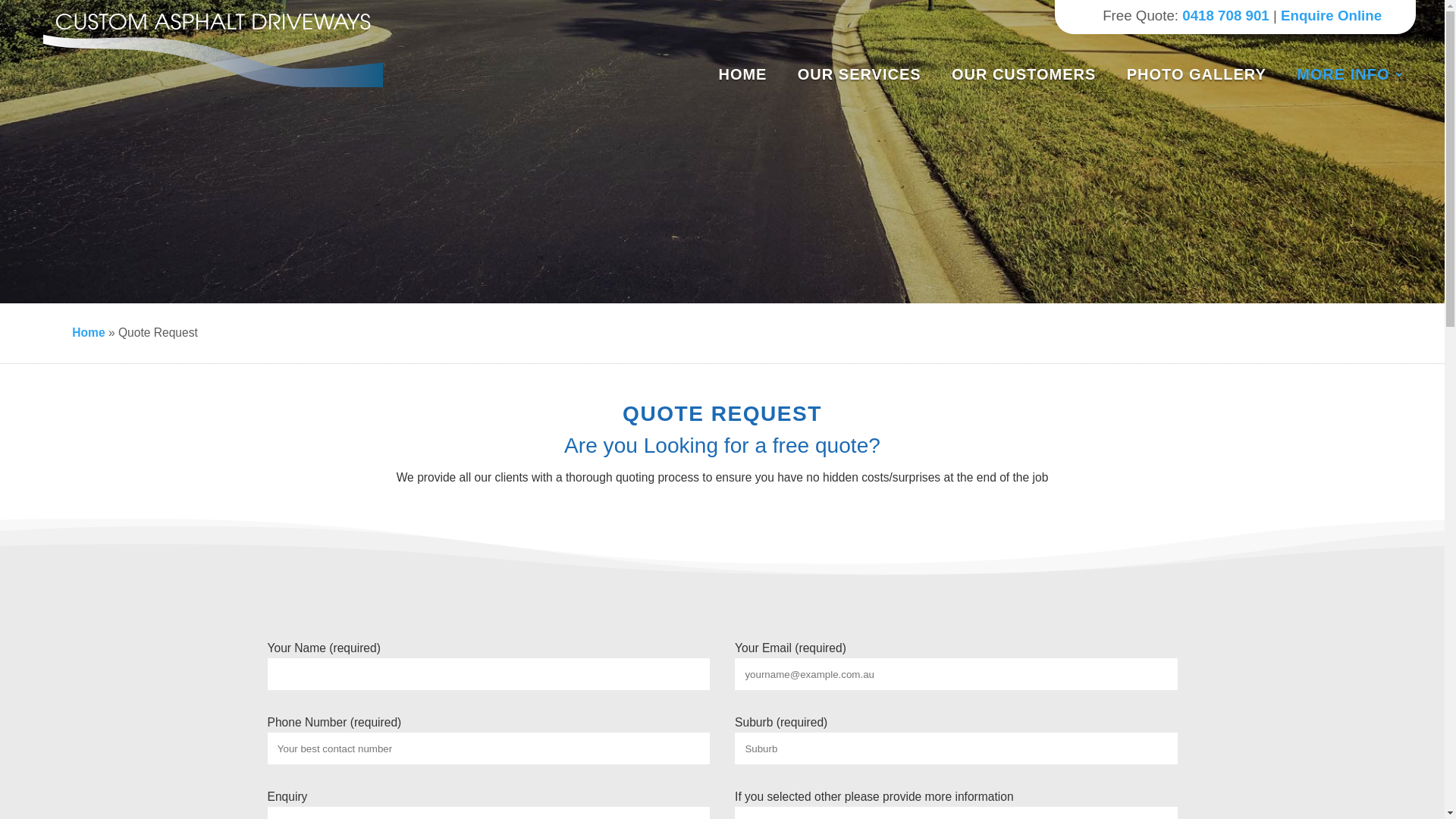 This screenshot has width=1456, height=819. Describe the element at coordinates (1350, 74) in the screenshot. I see `'MORE INFO'` at that location.